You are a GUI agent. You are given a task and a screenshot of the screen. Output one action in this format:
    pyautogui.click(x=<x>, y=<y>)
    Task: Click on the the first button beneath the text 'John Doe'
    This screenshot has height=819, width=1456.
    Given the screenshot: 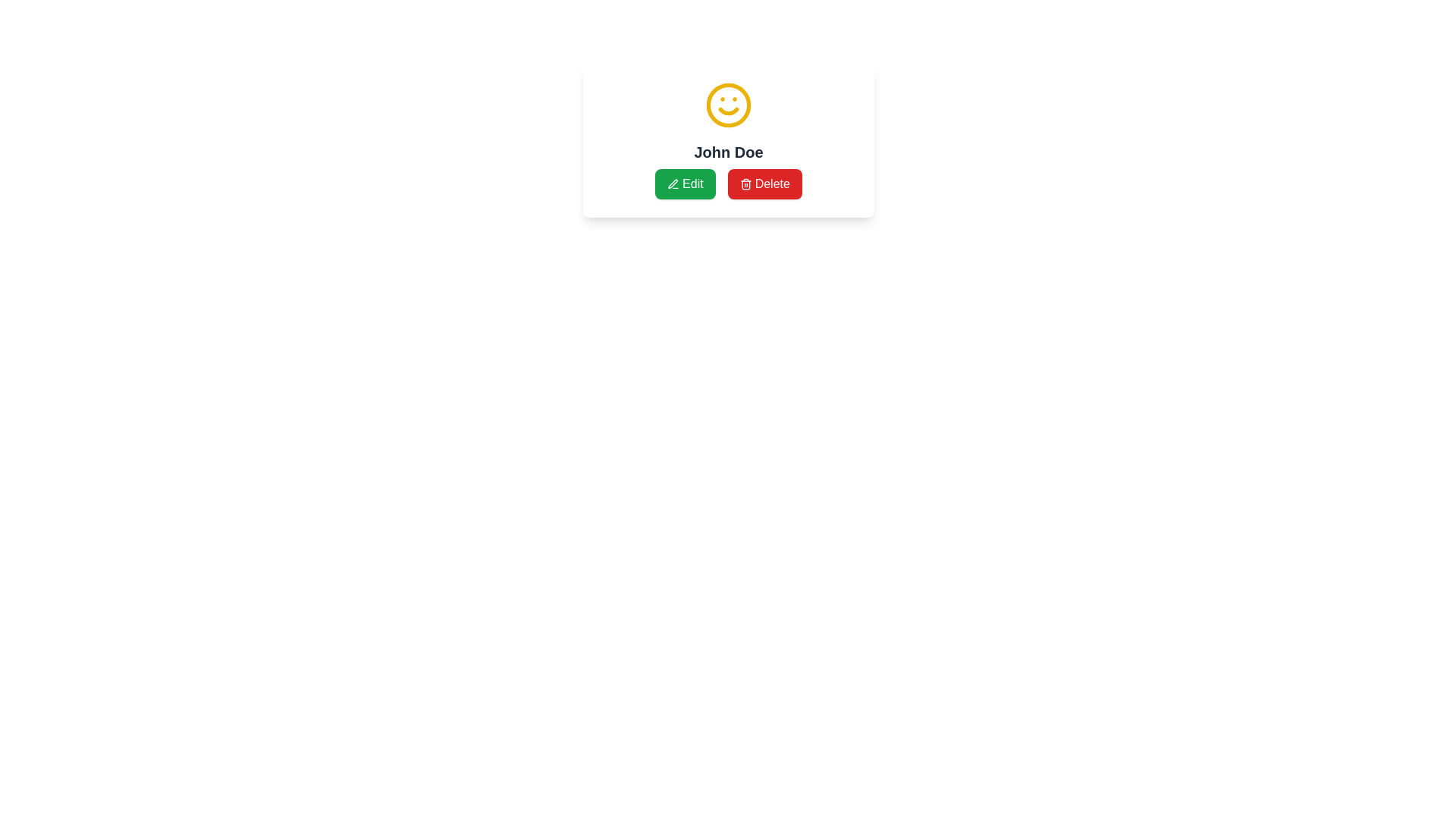 What is the action you would take?
    pyautogui.click(x=684, y=184)
    